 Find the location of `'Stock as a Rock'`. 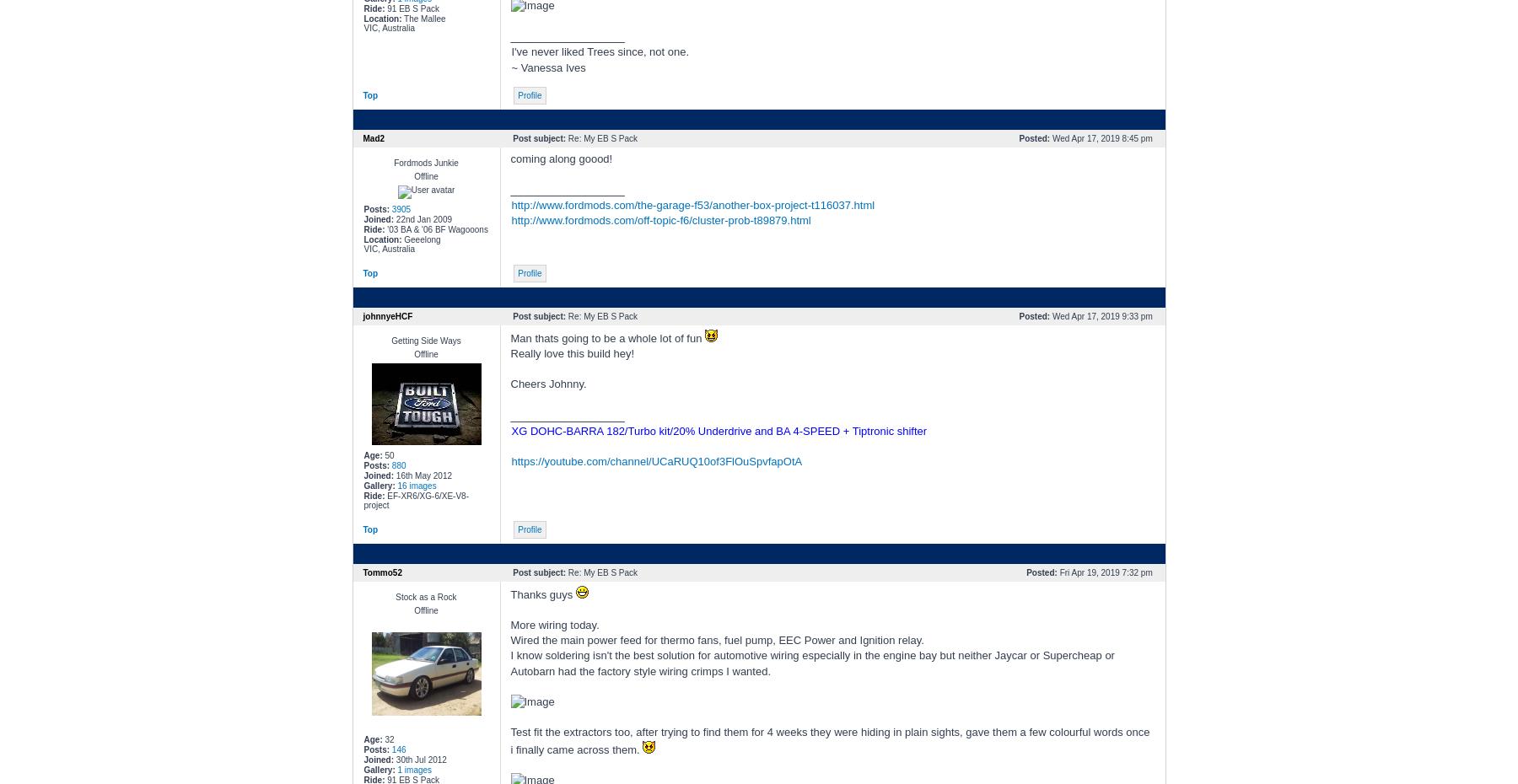

'Stock as a Rock' is located at coordinates (425, 596).